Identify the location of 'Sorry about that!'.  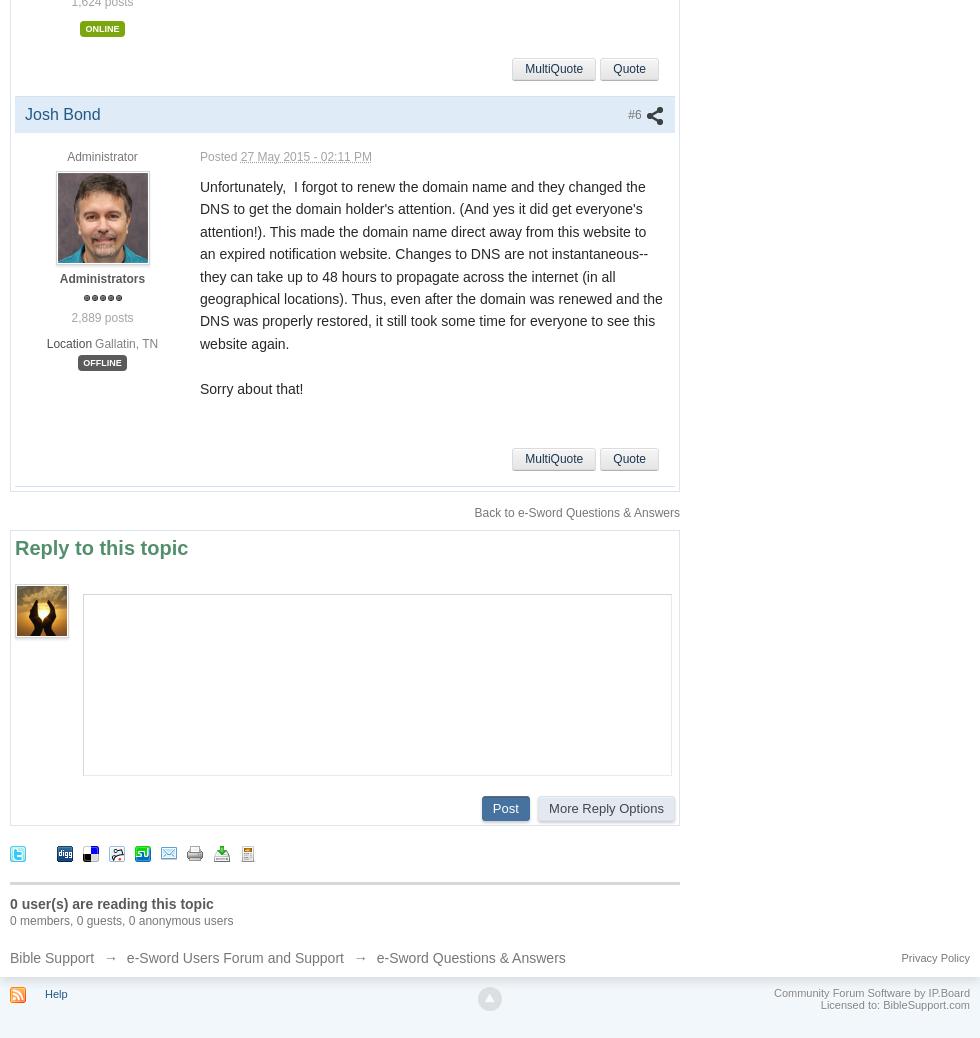
(251, 388).